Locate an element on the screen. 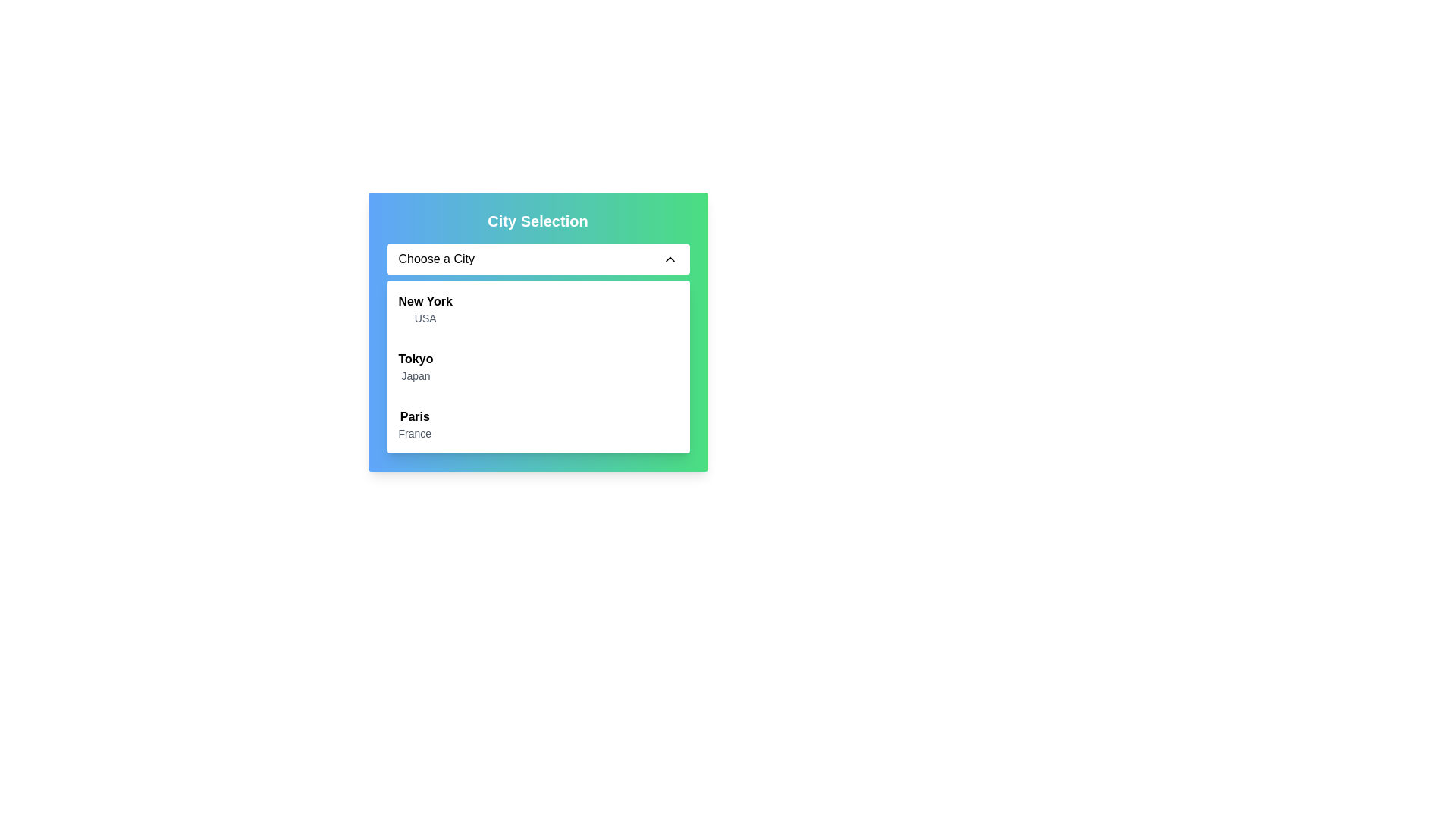 This screenshot has height=819, width=1456. the second item in the 'Choose a City' dropdown menu, which describes a city and its corresponding country, by clicking on it is located at coordinates (538, 366).